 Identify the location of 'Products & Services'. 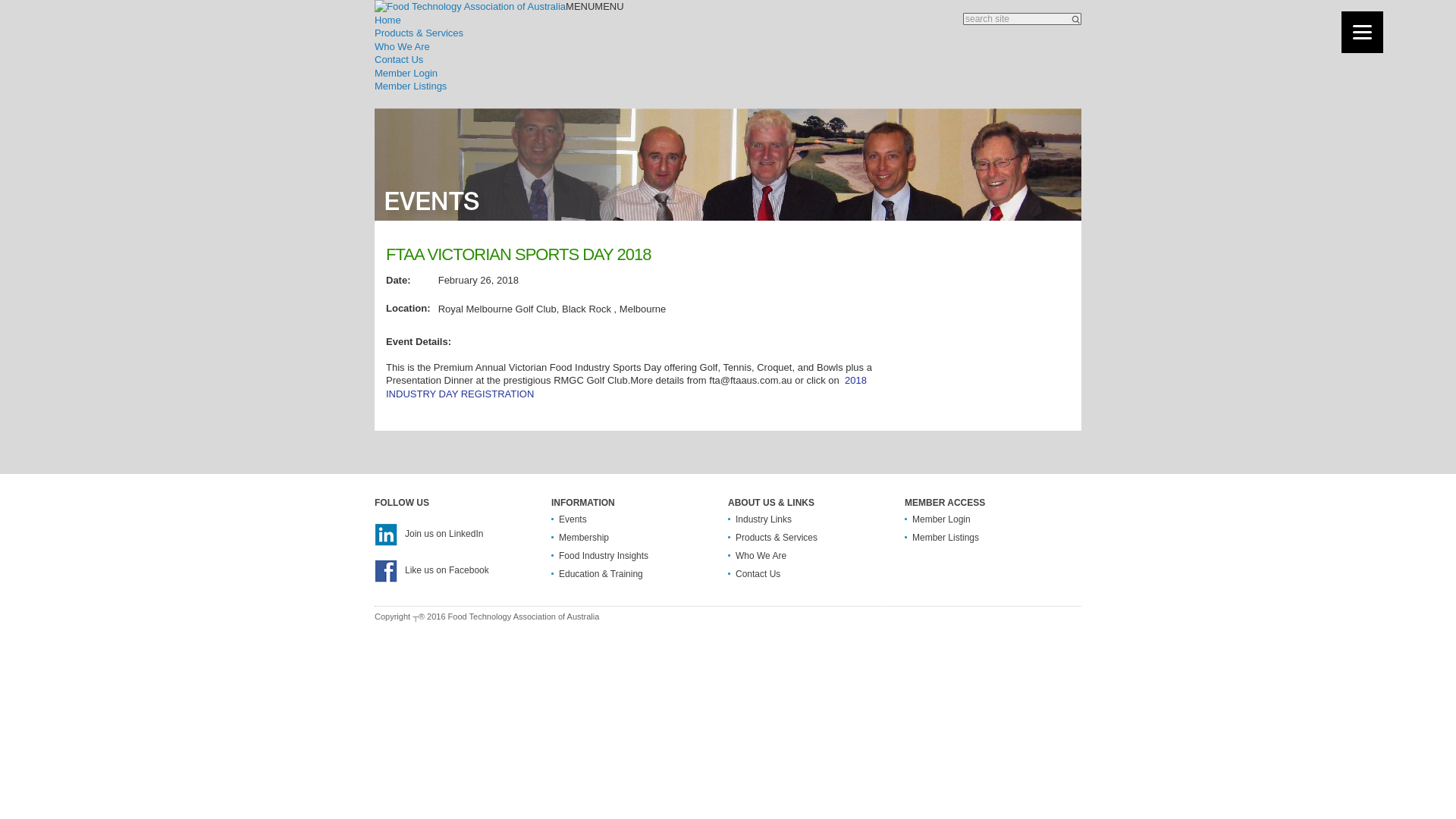
(419, 33).